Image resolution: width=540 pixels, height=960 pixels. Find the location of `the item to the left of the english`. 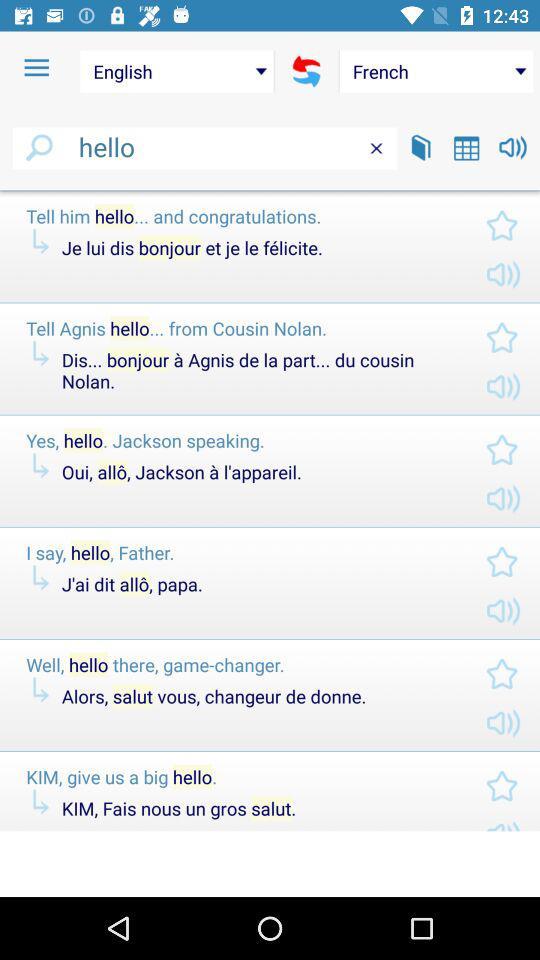

the item to the left of the english is located at coordinates (36, 68).